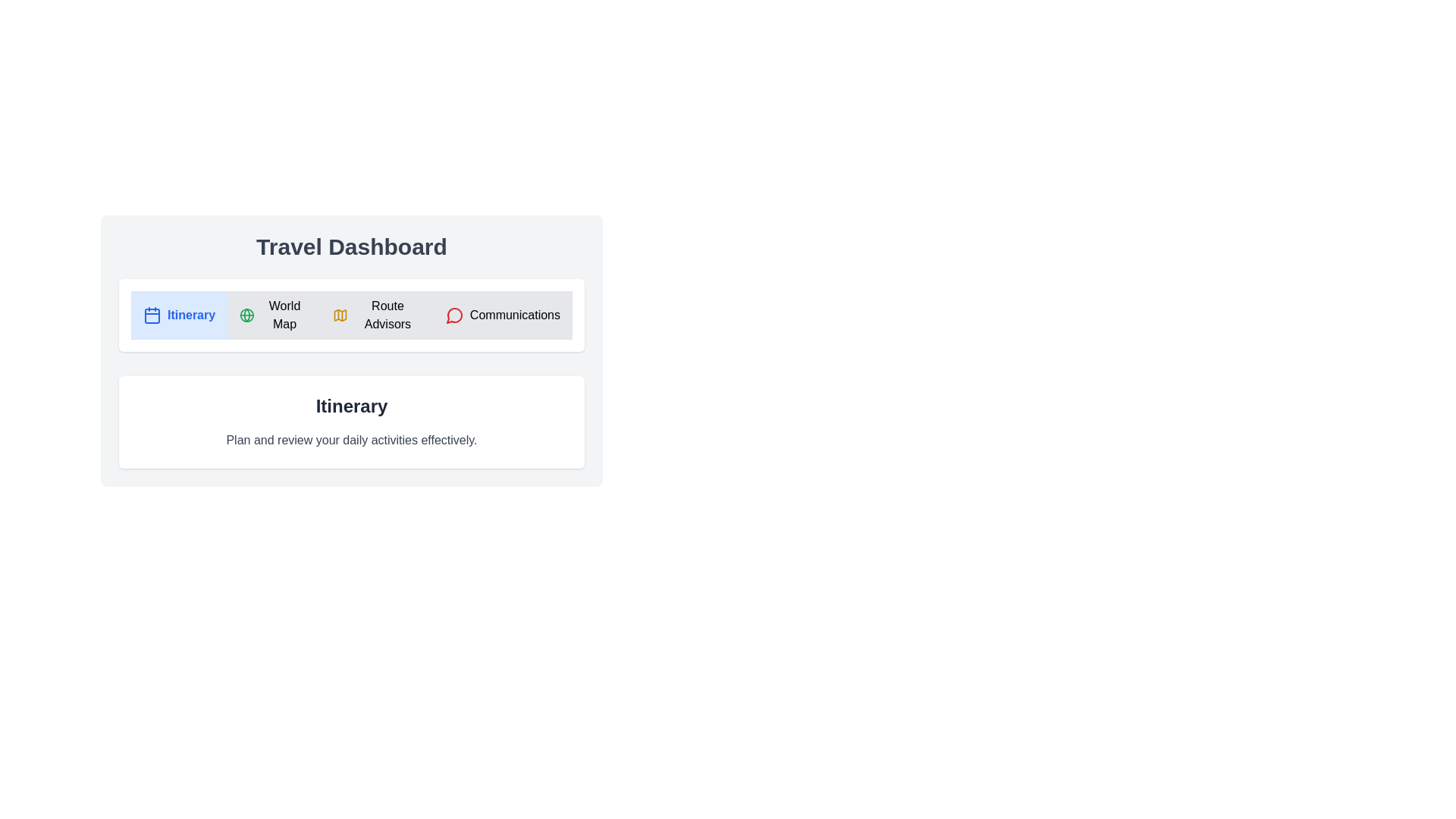  Describe the element at coordinates (377, 315) in the screenshot. I see `the tab labeled Route Advisors to view its content` at that location.